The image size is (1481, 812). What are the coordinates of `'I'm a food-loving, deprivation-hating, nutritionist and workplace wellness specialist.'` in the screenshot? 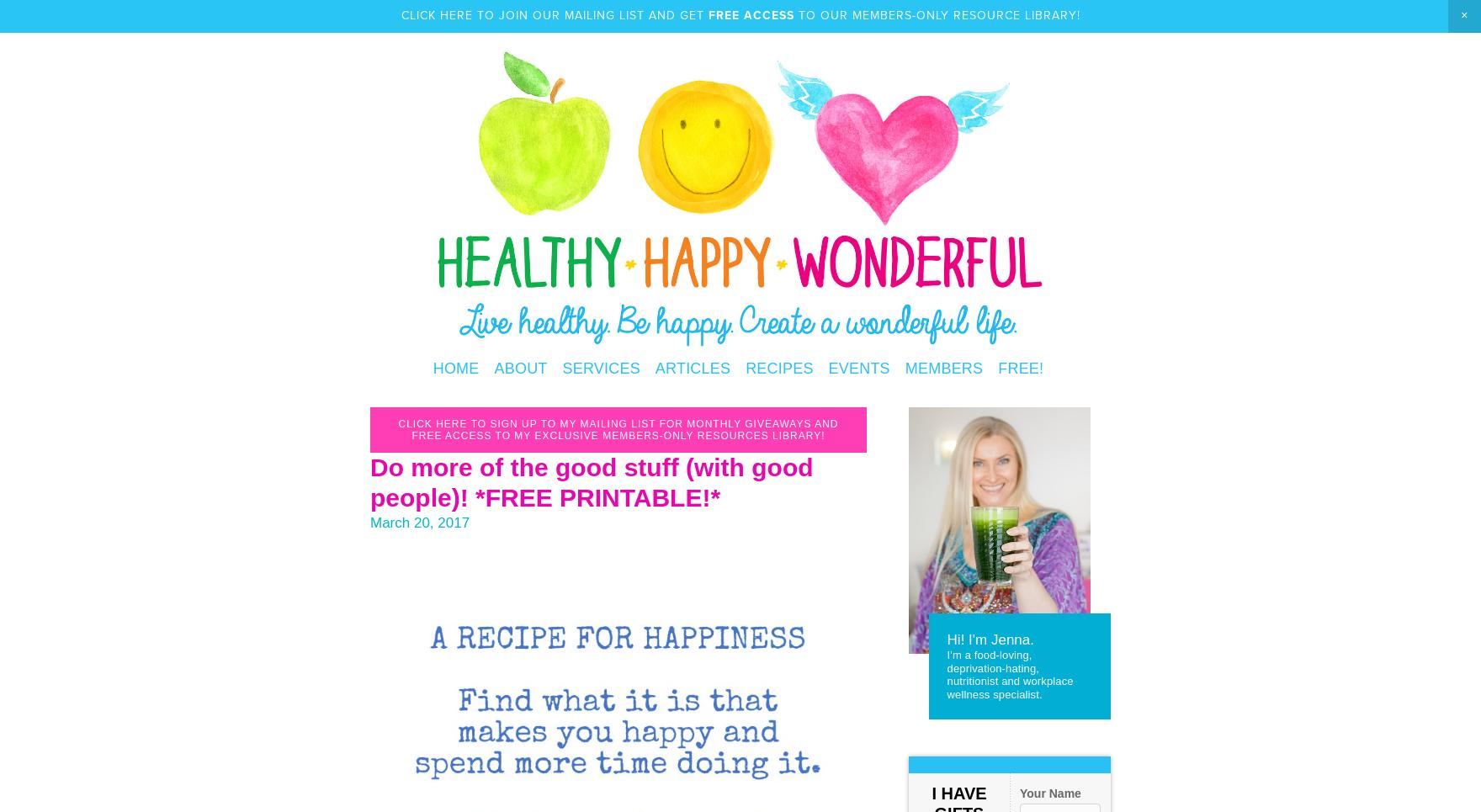 It's located at (1011, 675).